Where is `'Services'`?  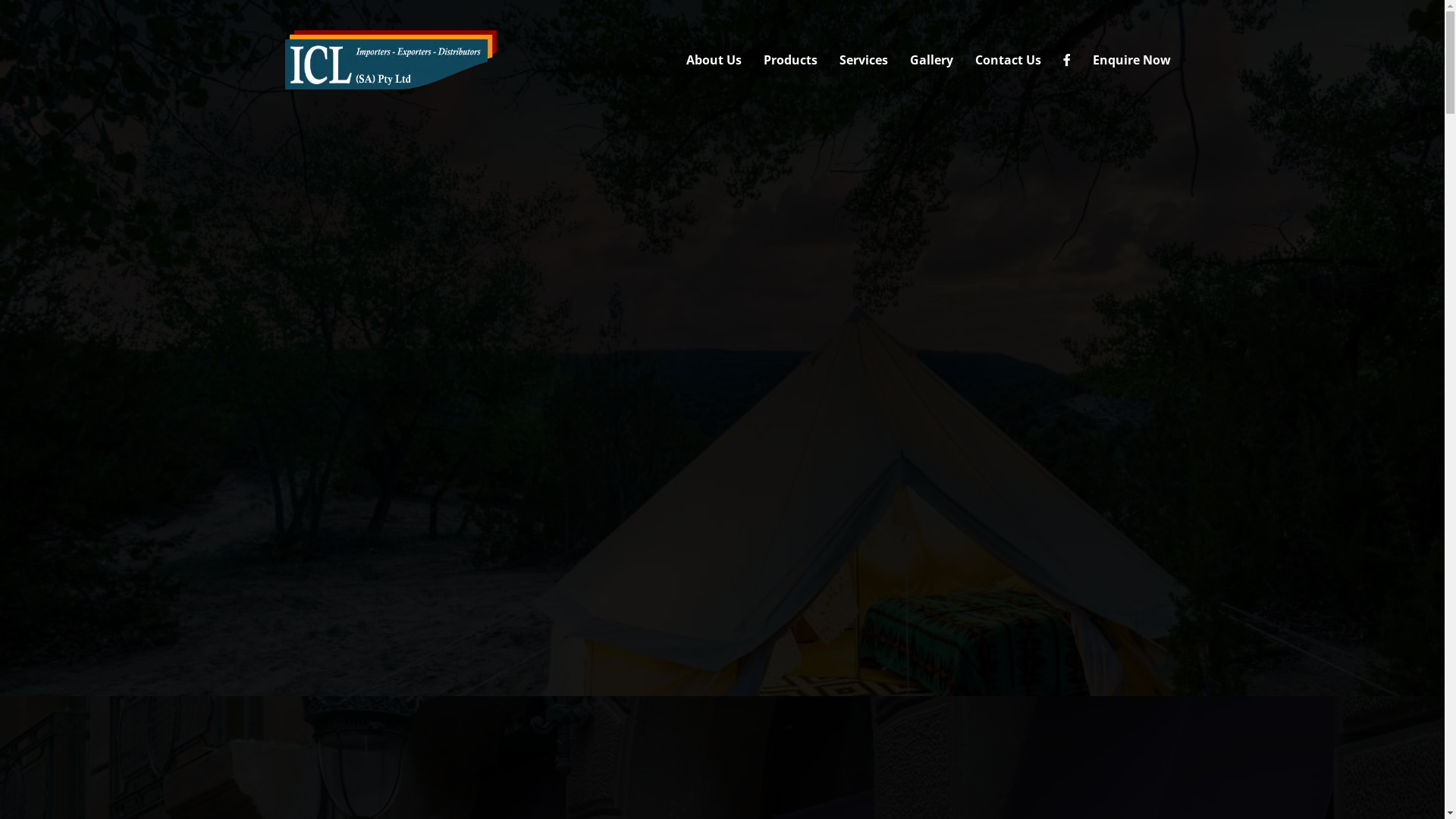 'Services' is located at coordinates (862, 58).